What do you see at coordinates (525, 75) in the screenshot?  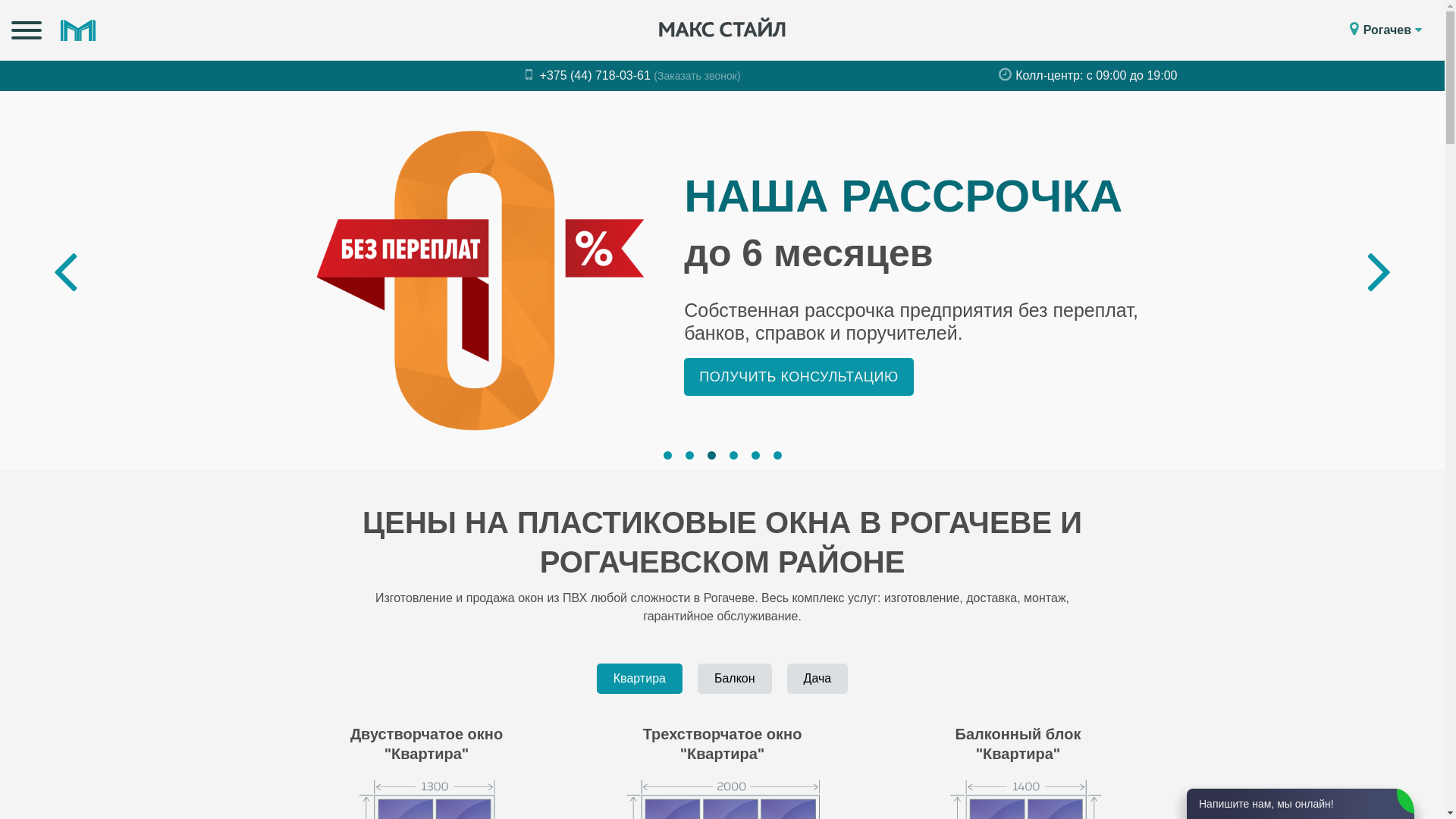 I see `'+375 (44) 718-03-61'` at bounding box center [525, 75].